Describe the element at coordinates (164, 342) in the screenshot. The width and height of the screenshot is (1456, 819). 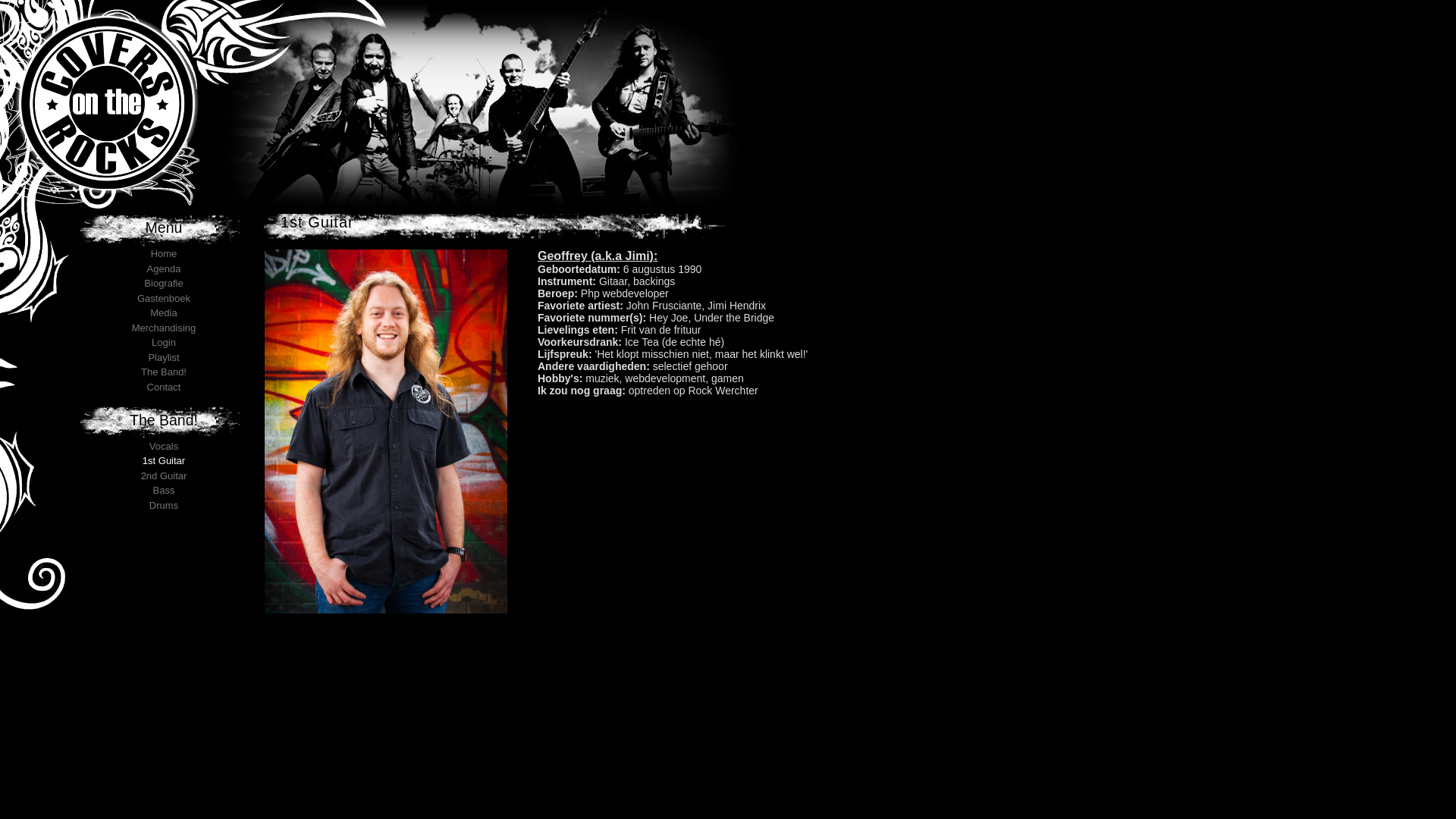
I see `'Login'` at that location.